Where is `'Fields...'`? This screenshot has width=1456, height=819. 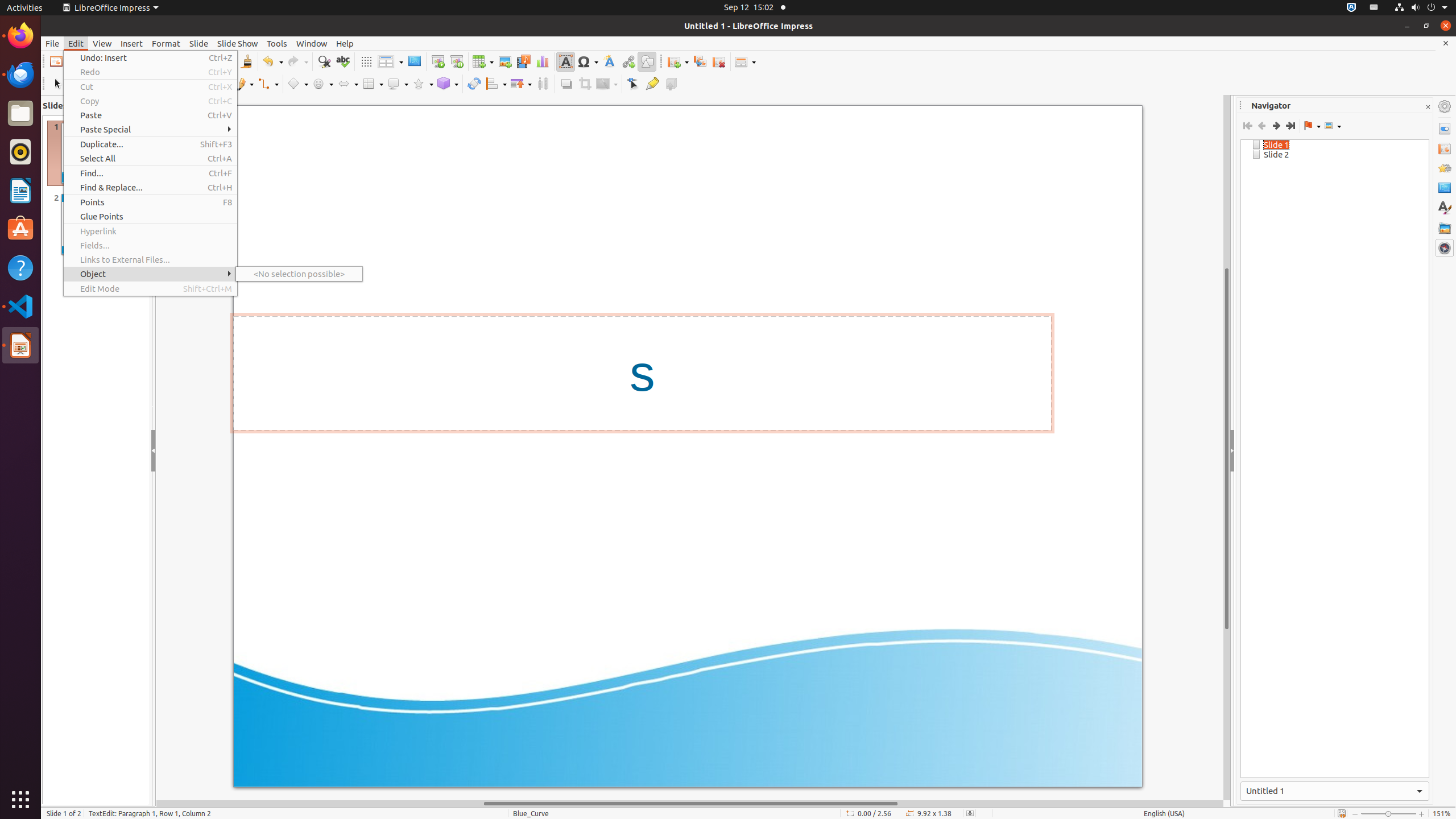 'Fields...' is located at coordinates (150, 245).